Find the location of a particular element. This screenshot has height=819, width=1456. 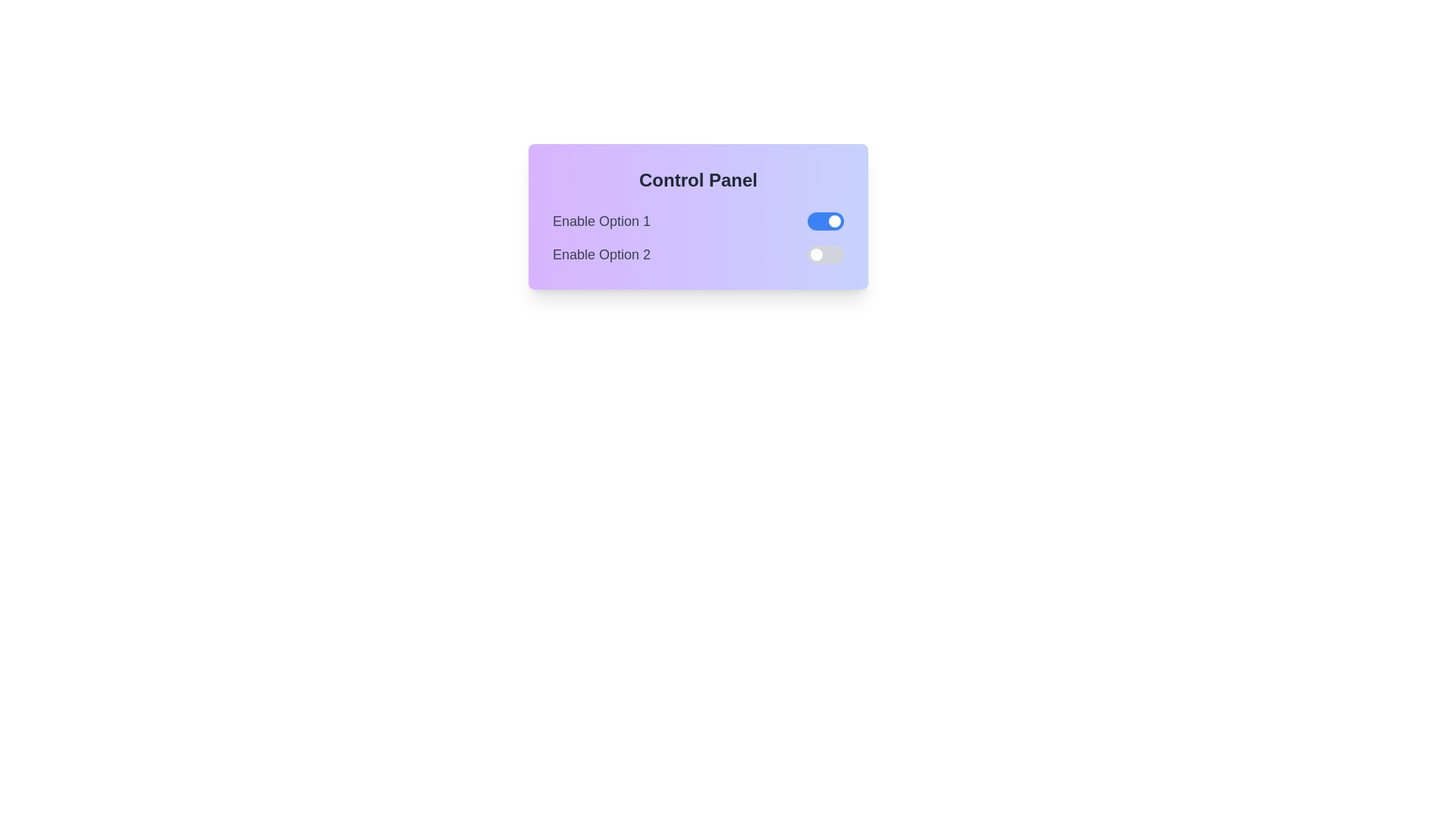

the toggle switch labeled 'Enable Option 1' which is styled with a blue background and a white circular slider, indicating it is in an active state is located at coordinates (698, 221).